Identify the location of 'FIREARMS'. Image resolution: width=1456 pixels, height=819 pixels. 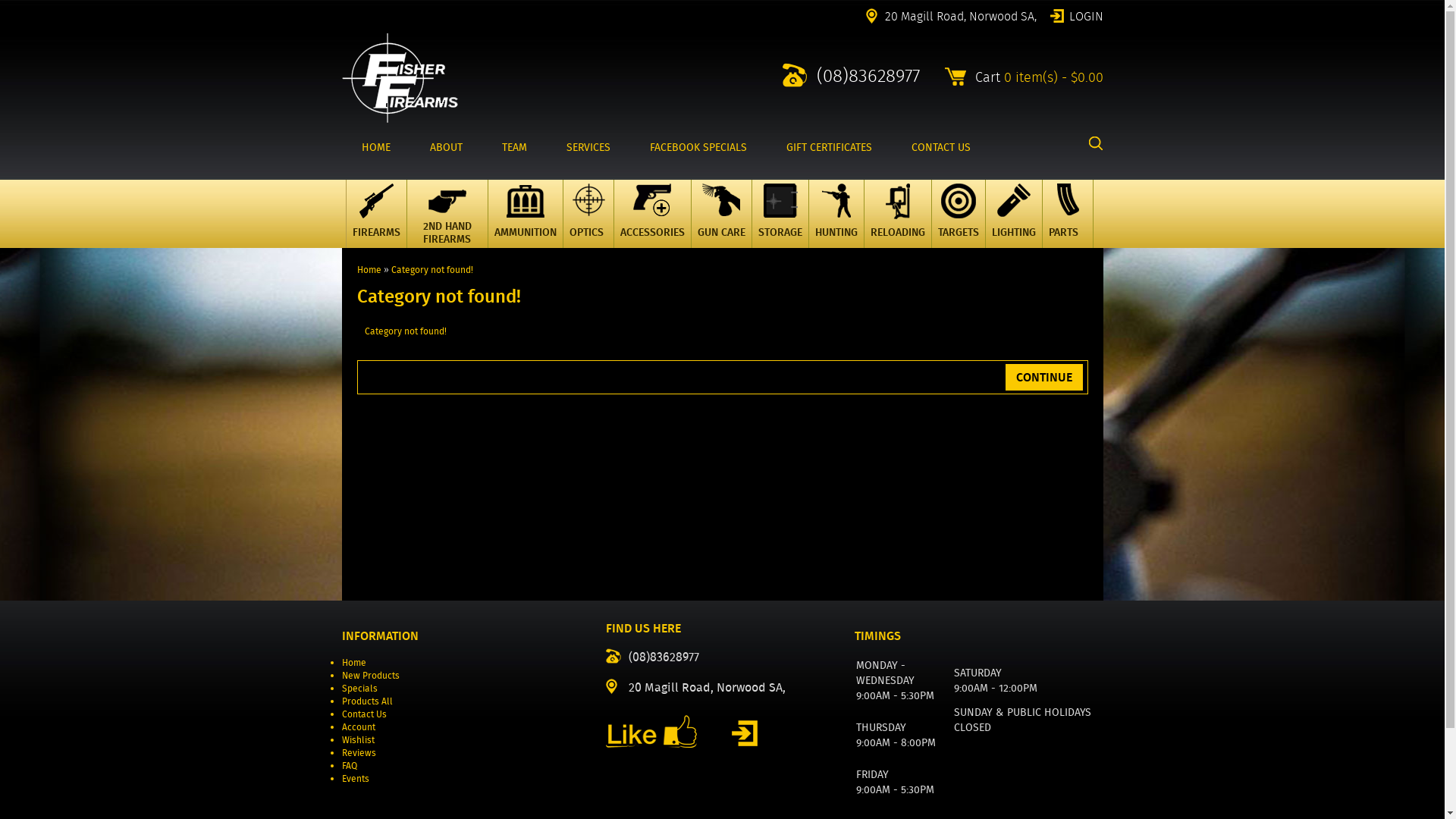
(376, 213).